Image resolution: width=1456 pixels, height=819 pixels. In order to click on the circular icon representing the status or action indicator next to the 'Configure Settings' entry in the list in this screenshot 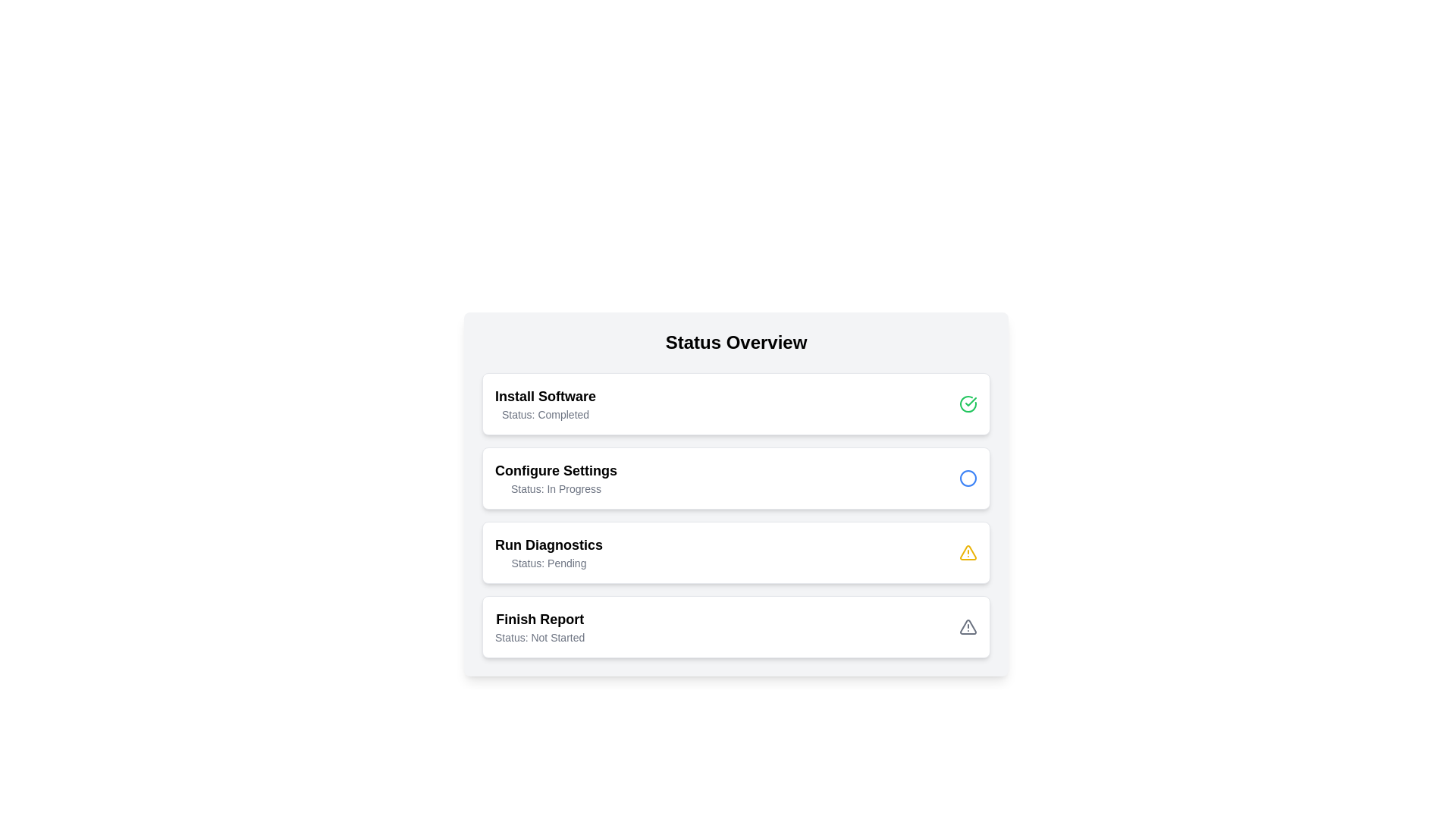, I will do `click(967, 479)`.